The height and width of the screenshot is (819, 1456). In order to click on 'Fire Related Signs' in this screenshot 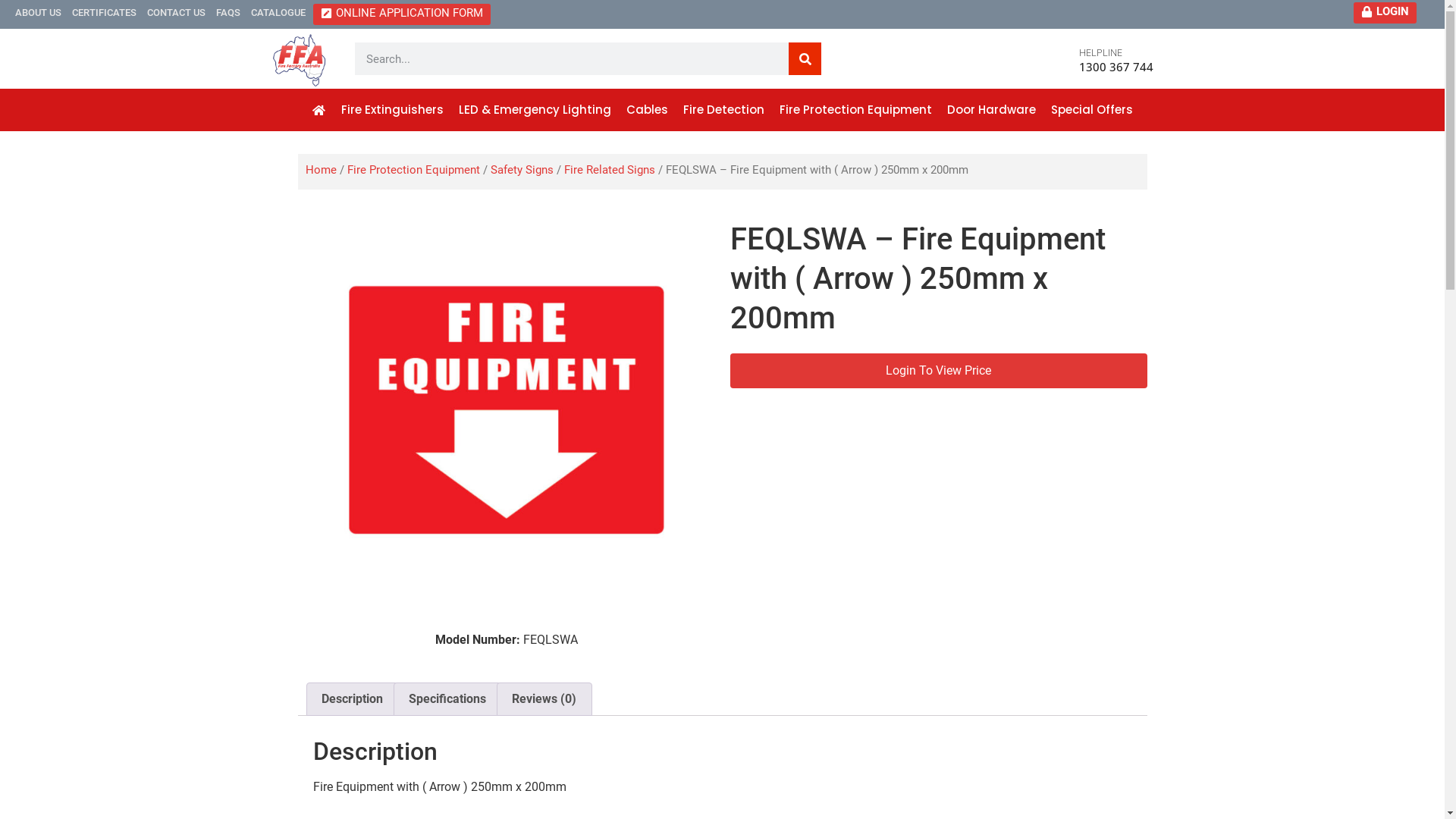, I will do `click(563, 169)`.